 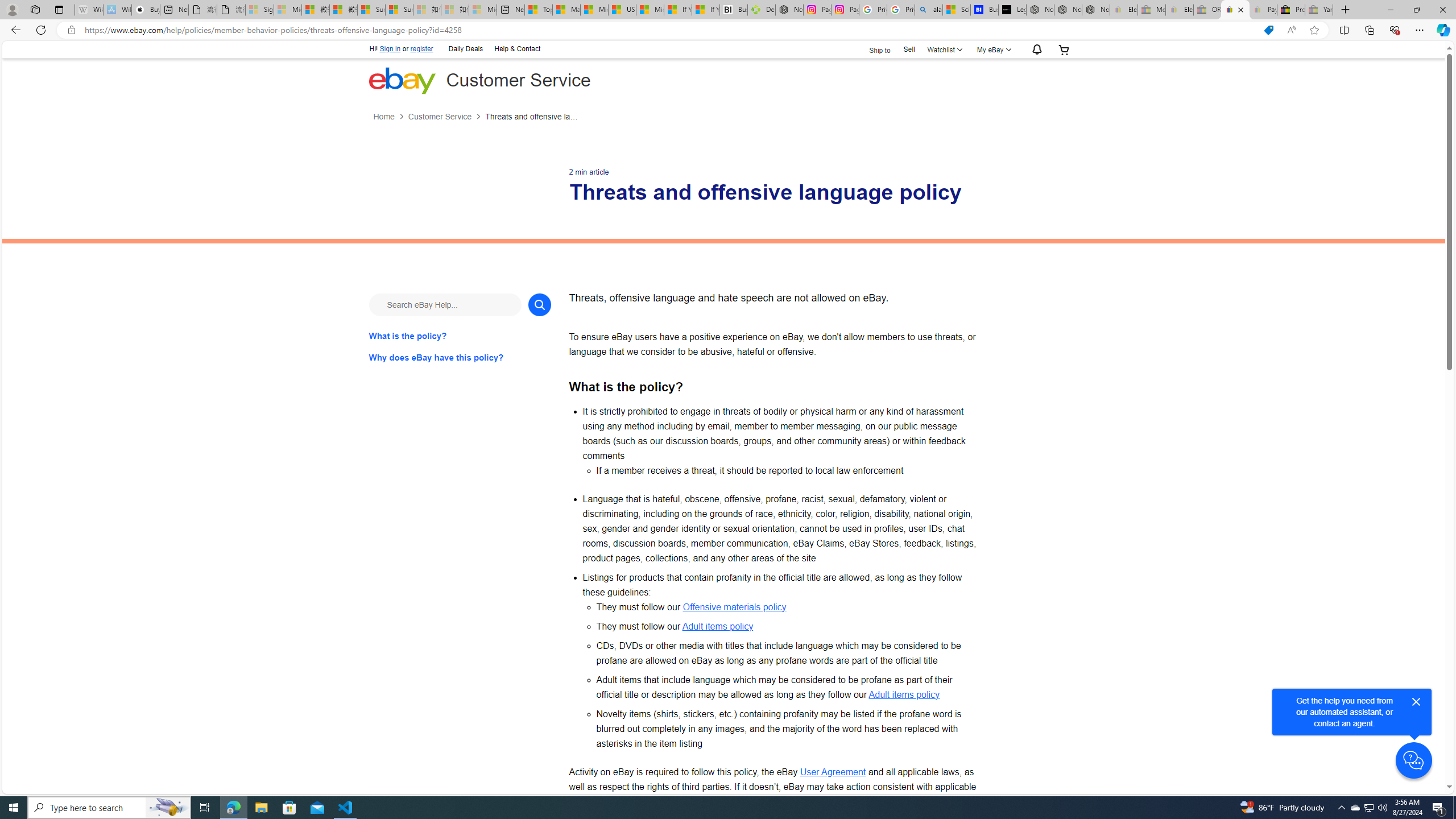 What do you see at coordinates (35, 9) in the screenshot?
I see `'Workspaces'` at bounding box center [35, 9].